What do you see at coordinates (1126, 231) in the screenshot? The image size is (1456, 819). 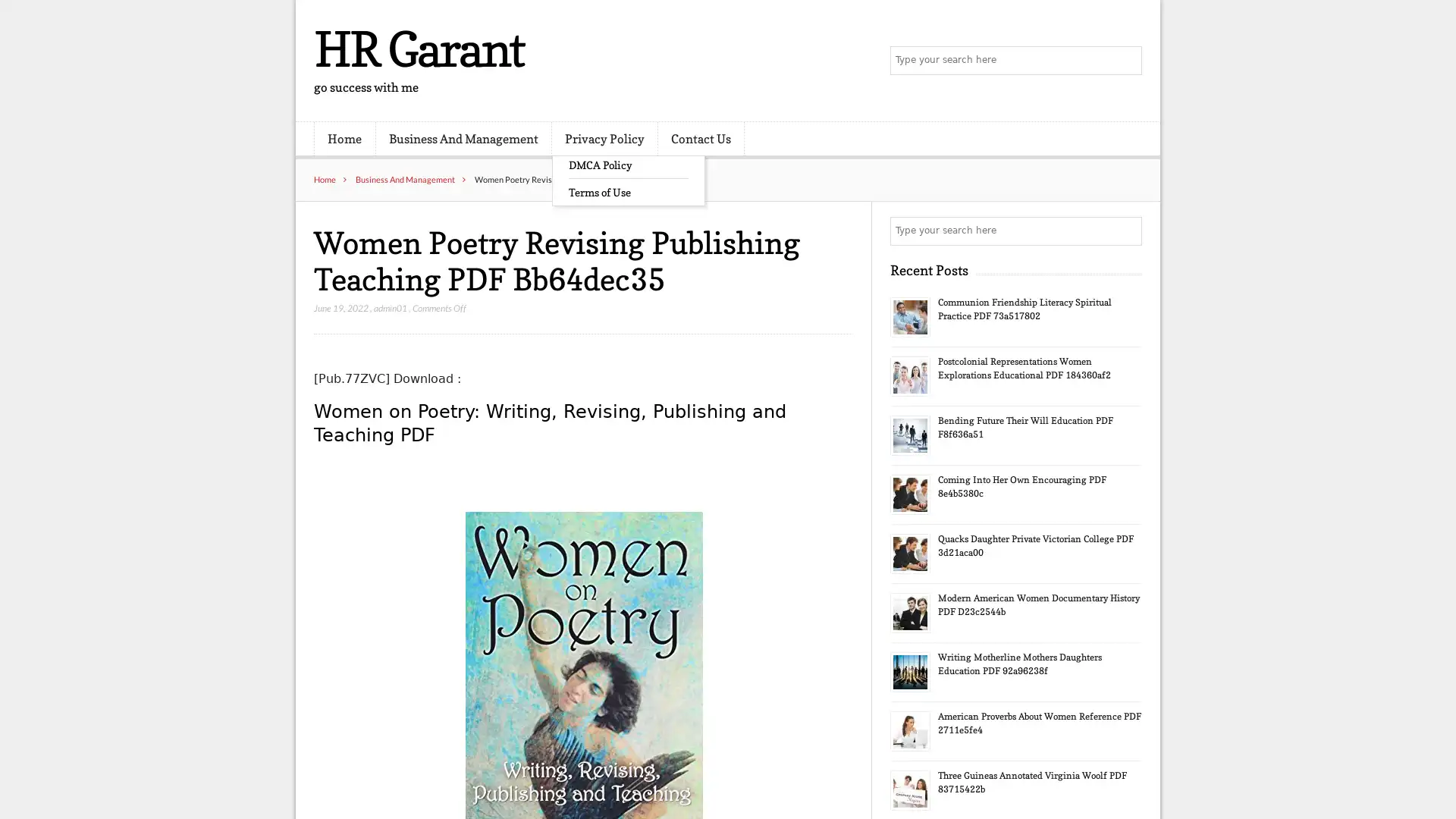 I see `Search` at bounding box center [1126, 231].